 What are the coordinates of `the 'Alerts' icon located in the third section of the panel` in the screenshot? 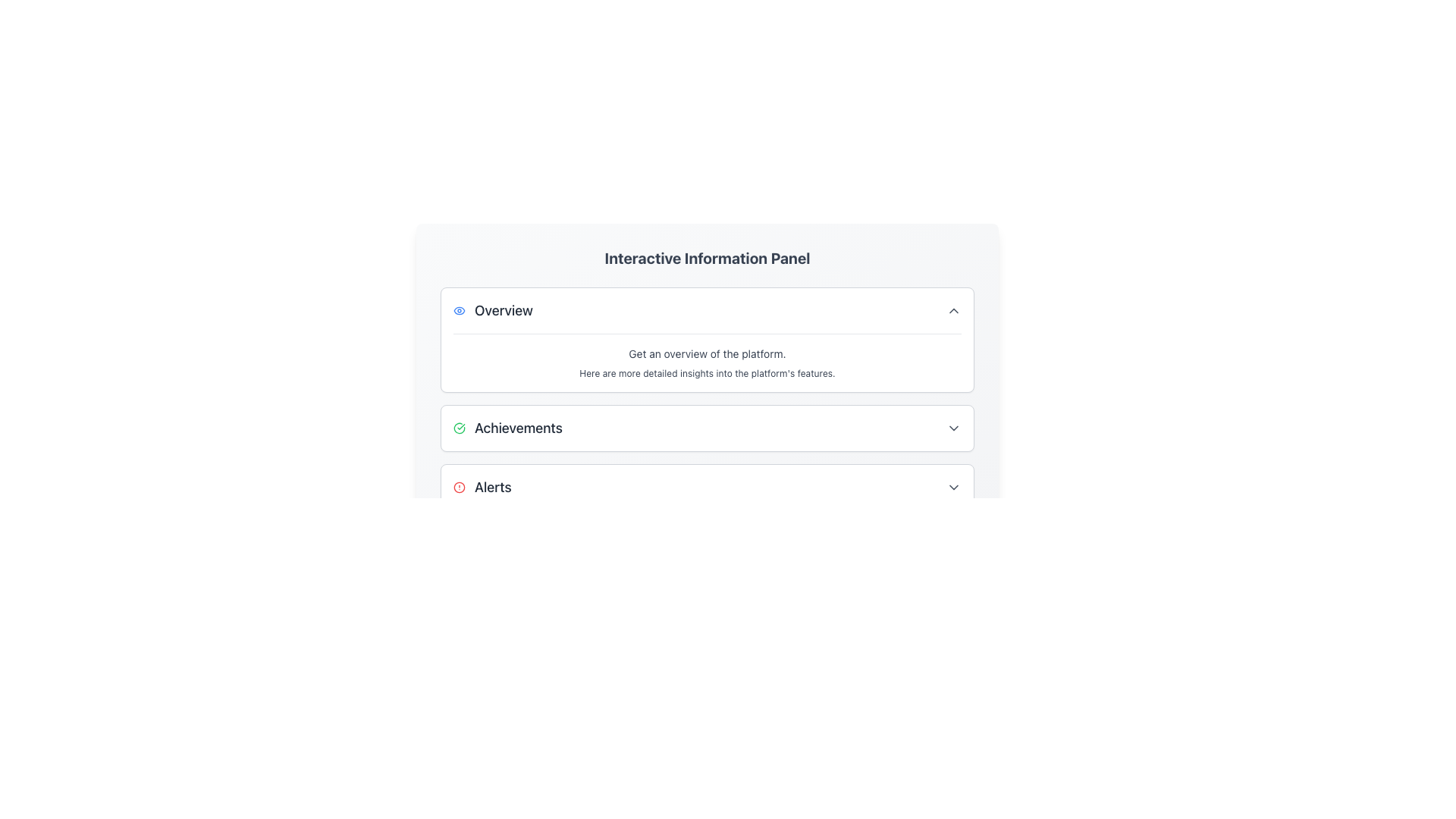 It's located at (458, 488).